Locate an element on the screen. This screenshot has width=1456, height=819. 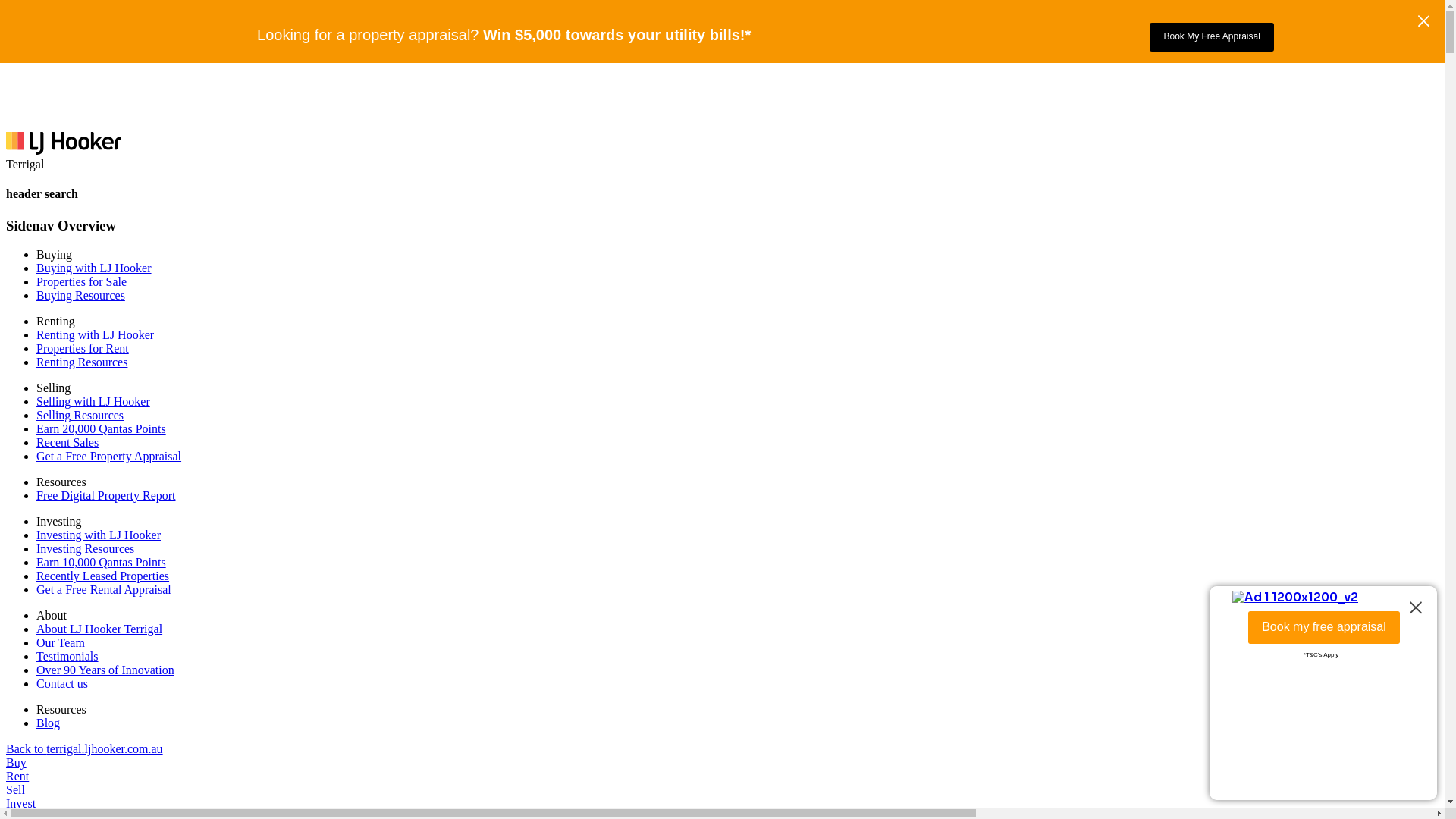
'Invest' is located at coordinates (6, 802).